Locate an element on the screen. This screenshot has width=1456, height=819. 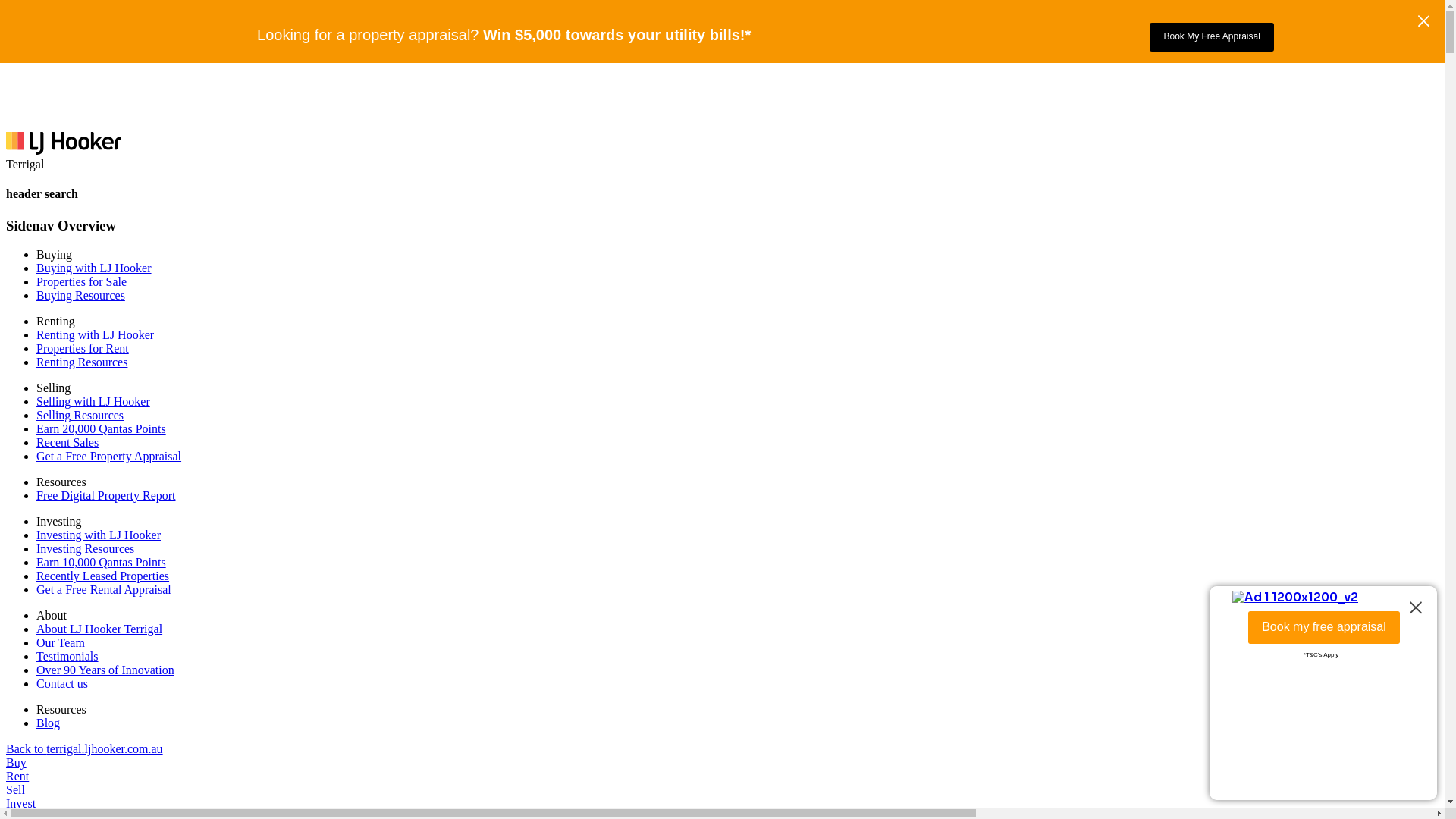
'Invest' is located at coordinates (6, 802).